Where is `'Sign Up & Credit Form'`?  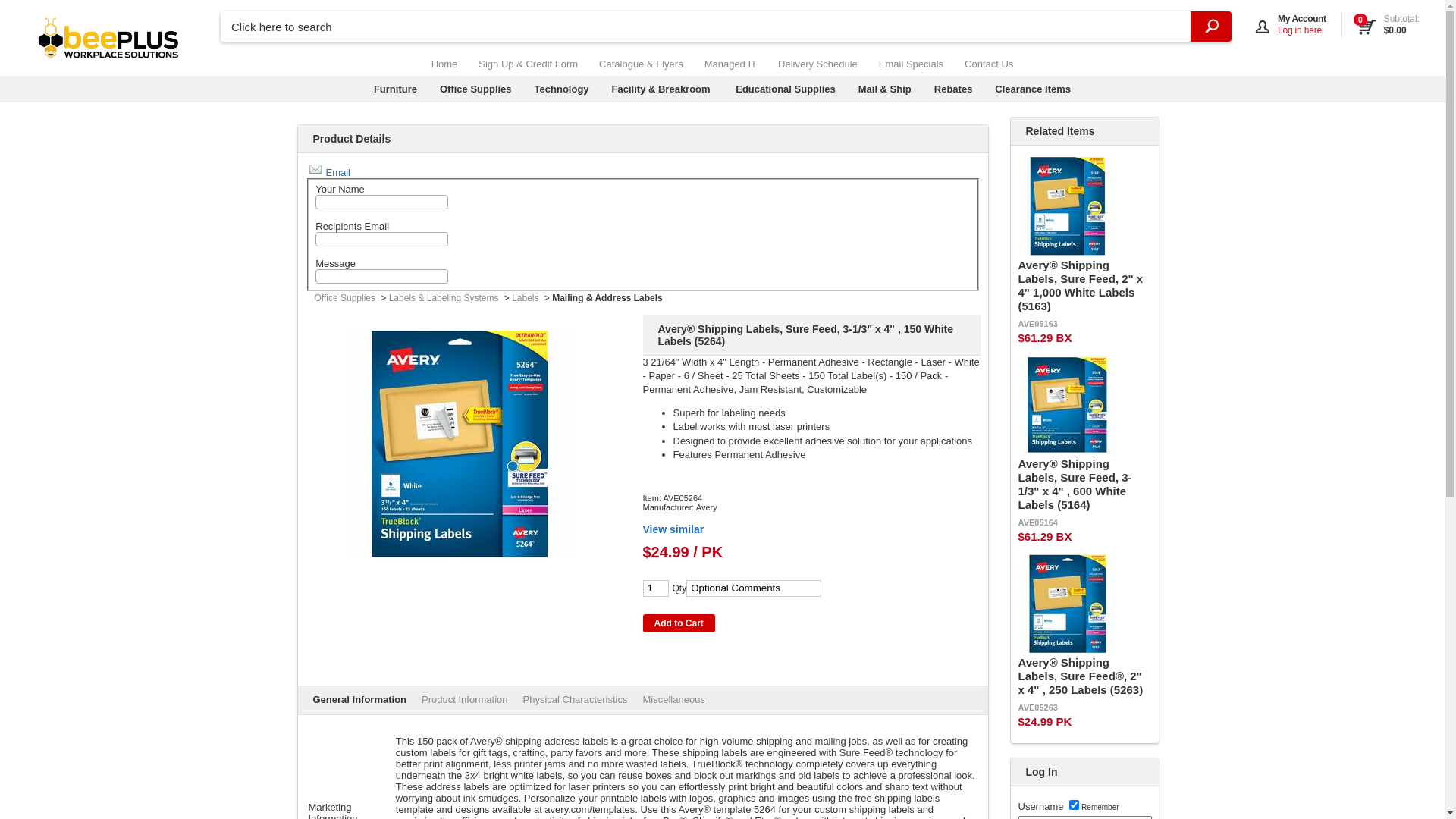
'Sign Up & Credit Form' is located at coordinates (528, 63).